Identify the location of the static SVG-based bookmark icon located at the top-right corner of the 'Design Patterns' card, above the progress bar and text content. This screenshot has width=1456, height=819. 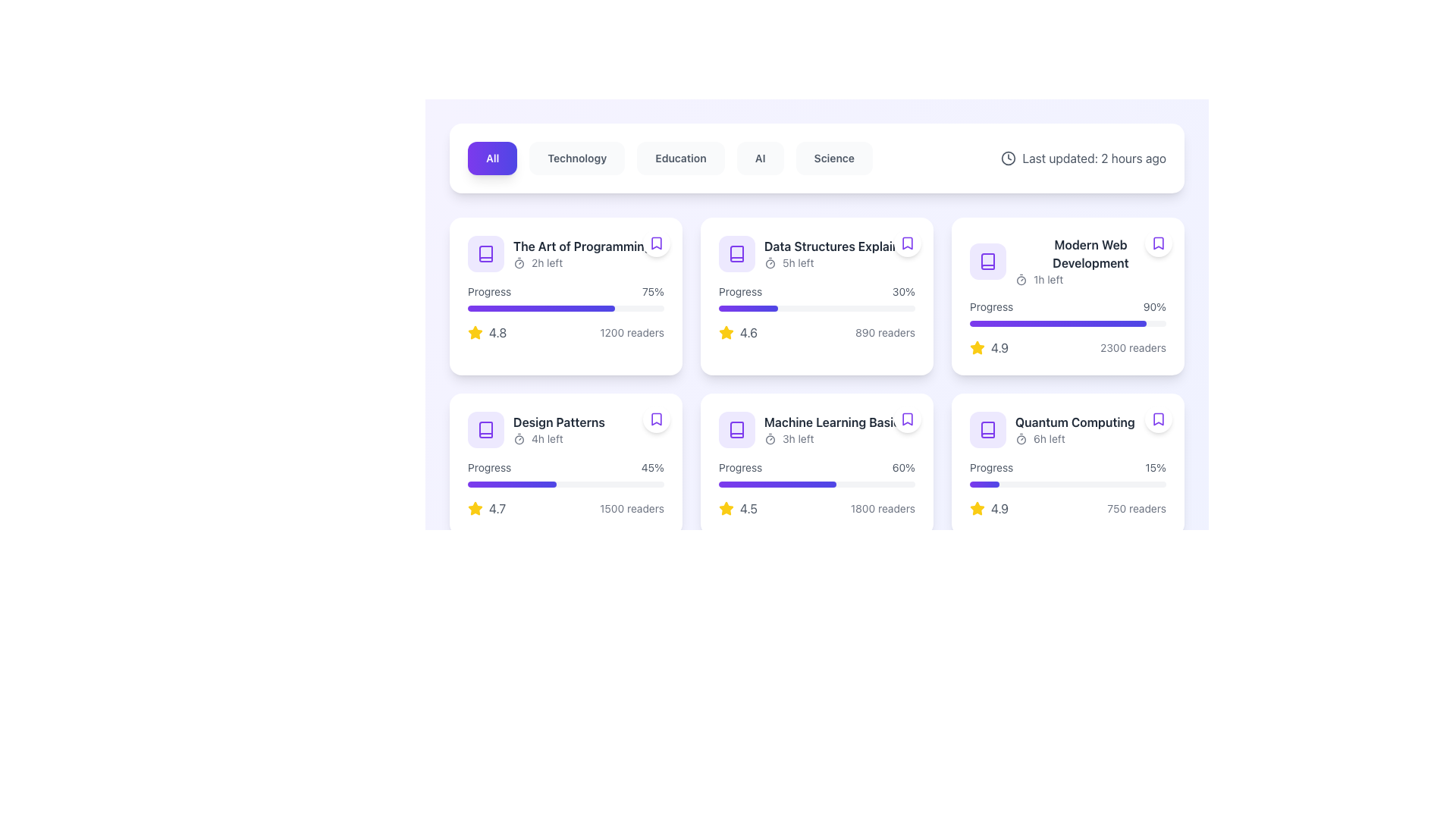
(656, 419).